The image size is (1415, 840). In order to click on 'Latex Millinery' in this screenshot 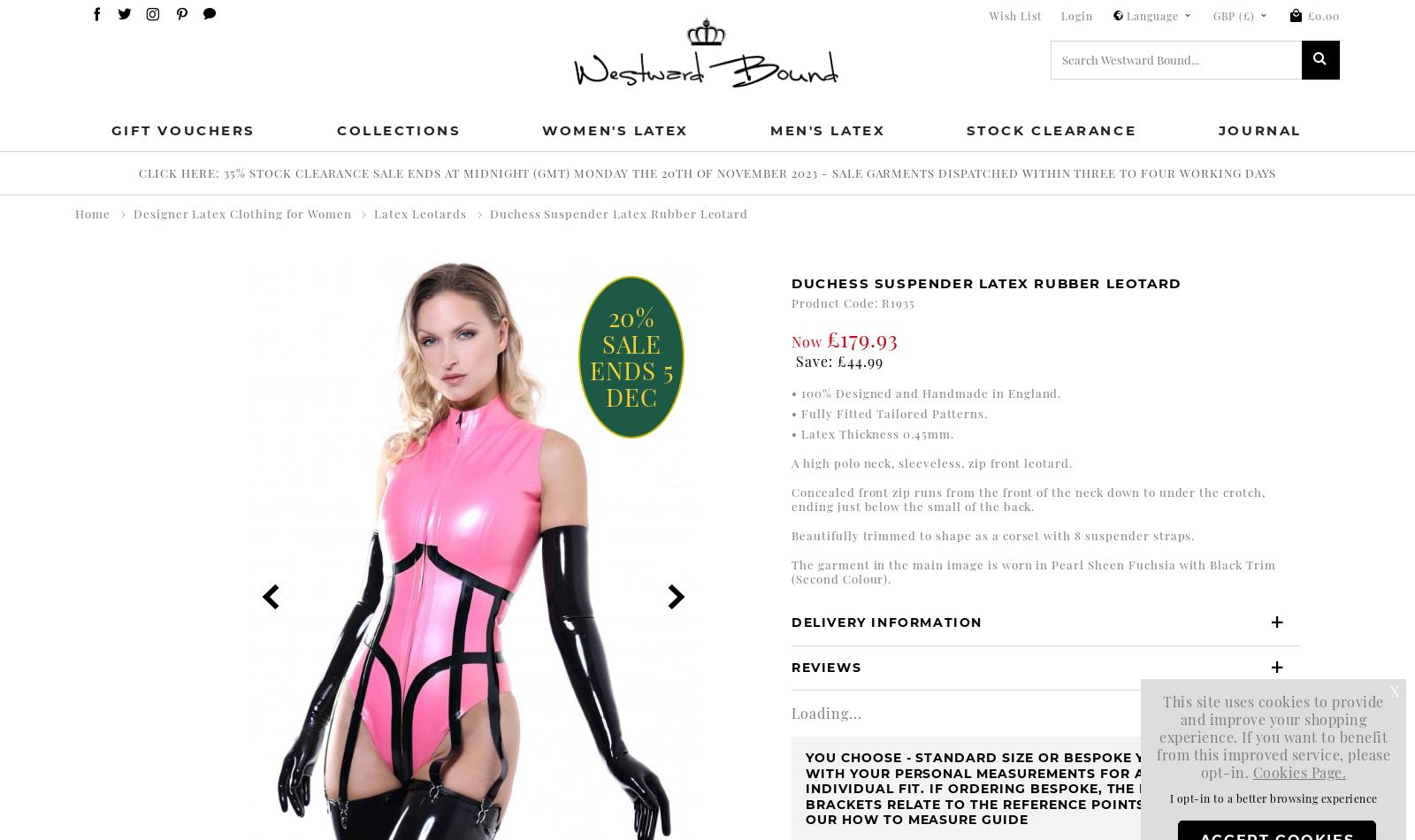, I will do `click(219, 372)`.